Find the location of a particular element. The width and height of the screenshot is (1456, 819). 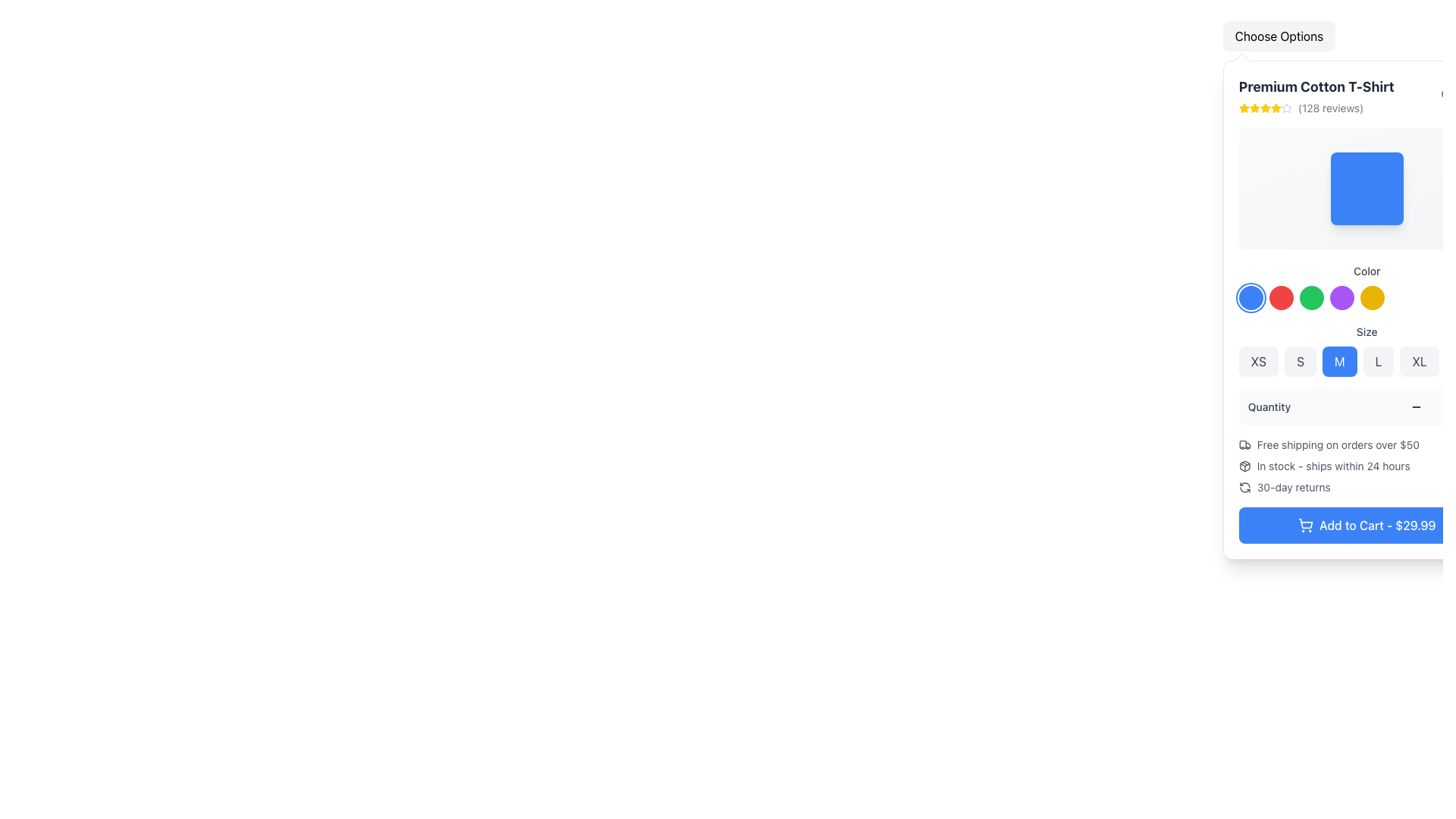

text displayed on the 'Add to Cart - $29.99' button, which is styled with a medium-weight font and includes a shopping cart icon on its left is located at coordinates (1377, 525).